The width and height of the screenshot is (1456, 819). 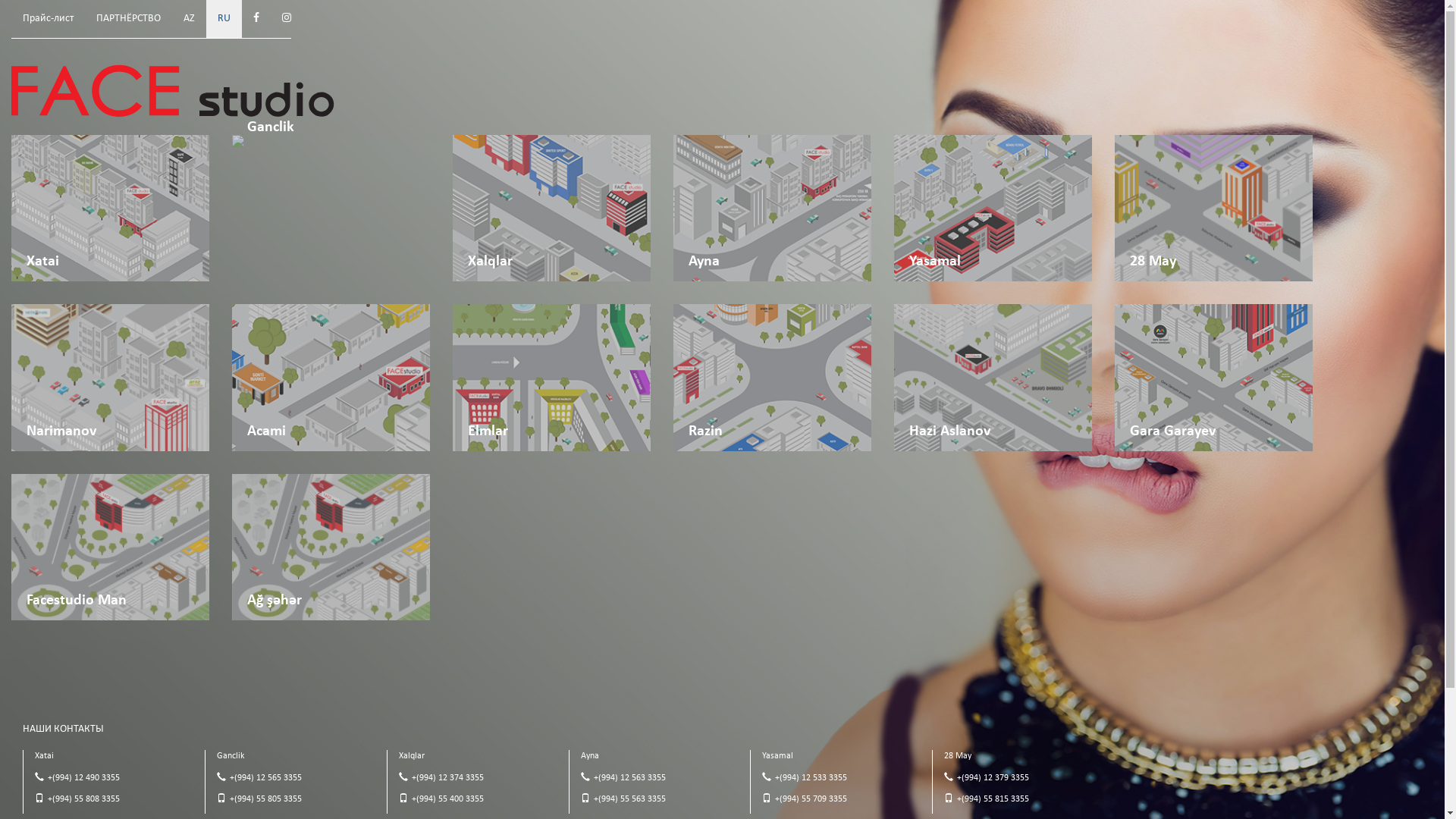 What do you see at coordinates (228, 798) in the screenshot?
I see `'+(994) 55 805 3355'` at bounding box center [228, 798].